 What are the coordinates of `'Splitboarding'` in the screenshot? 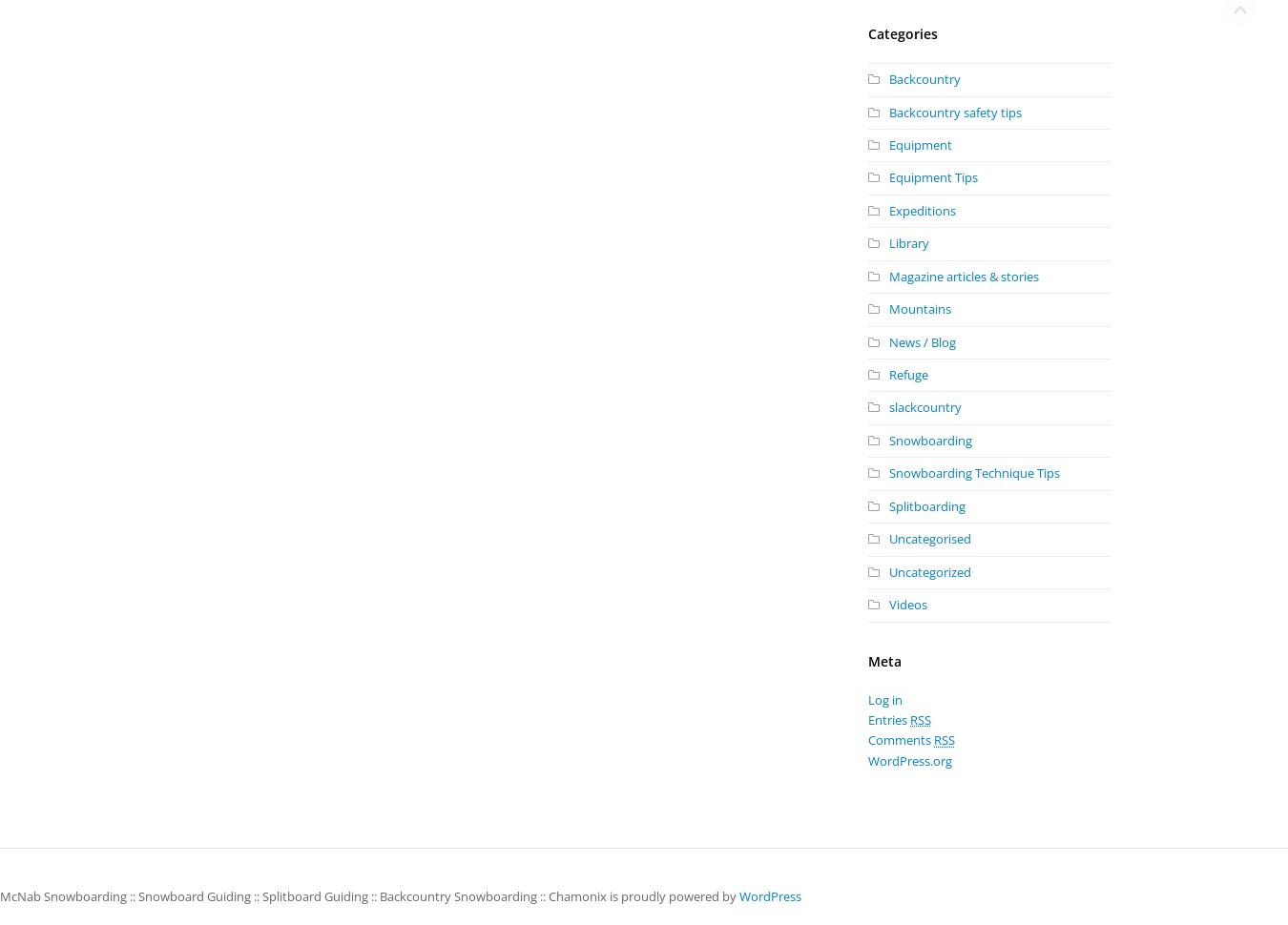 It's located at (926, 505).